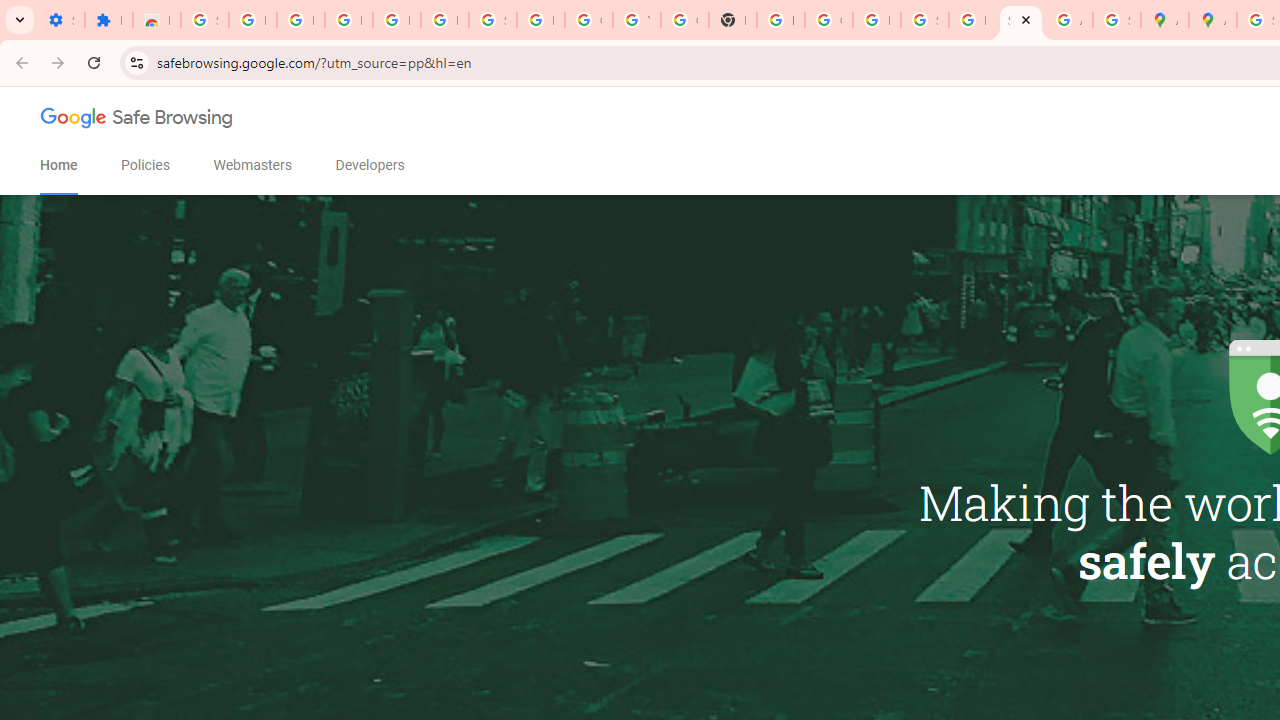  What do you see at coordinates (136, 121) in the screenshot?
I see `'Google Safe Browsing'` at bounding box center [136, 121].